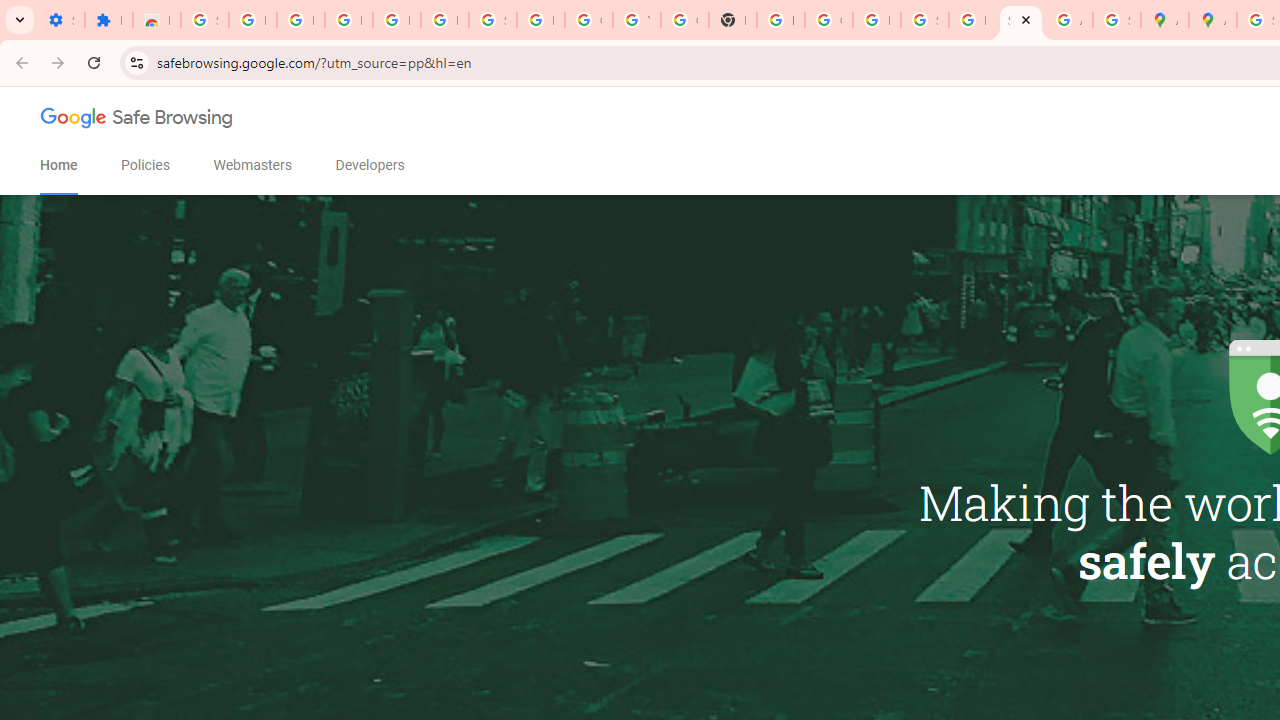  What do you see at coordinates (136, 121) in the screenshot?
I see `'Google Safe Browsing'` at bounding box center [136, 121].